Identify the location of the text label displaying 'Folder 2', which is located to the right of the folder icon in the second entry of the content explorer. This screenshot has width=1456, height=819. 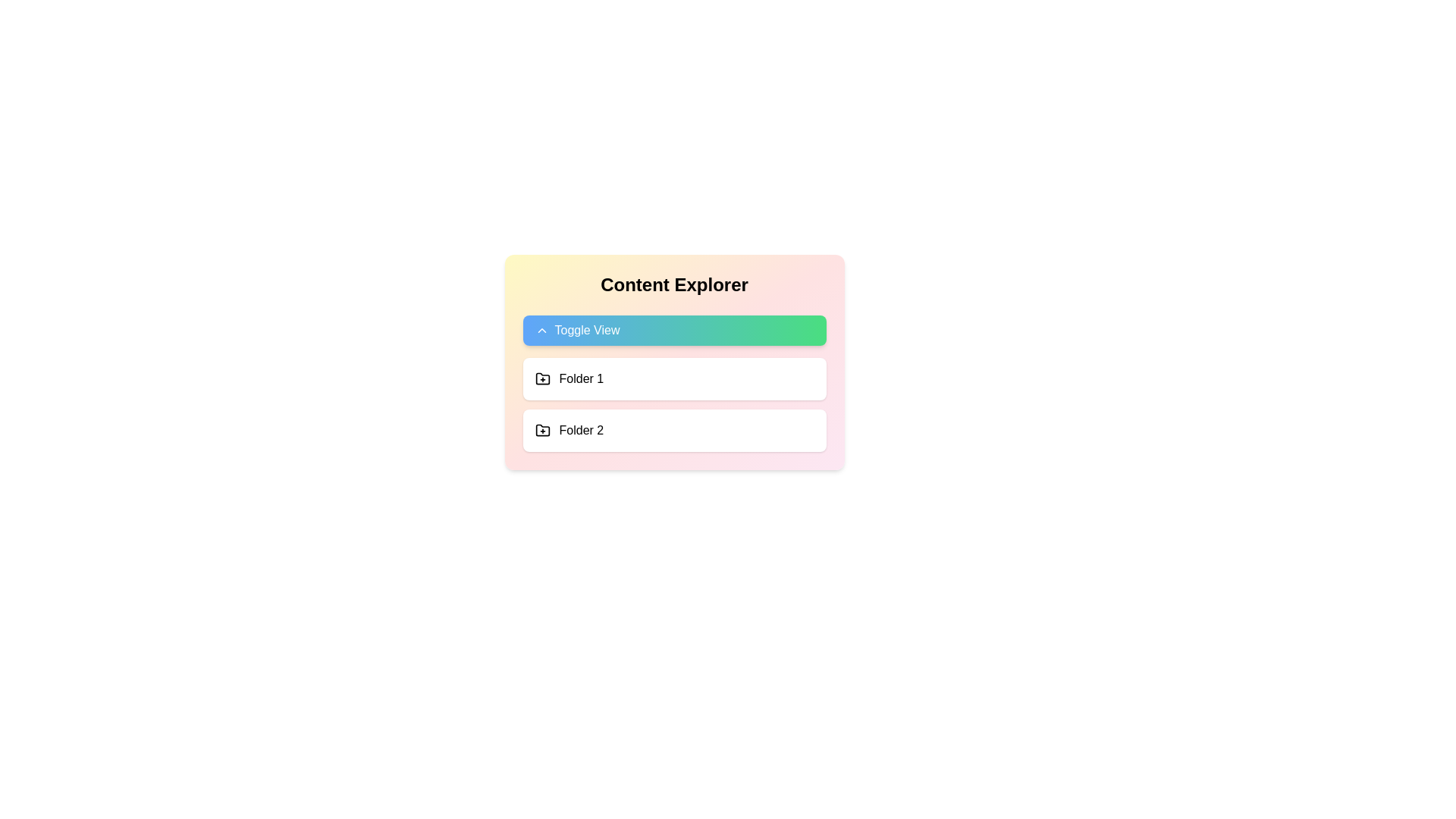
(580, 430).